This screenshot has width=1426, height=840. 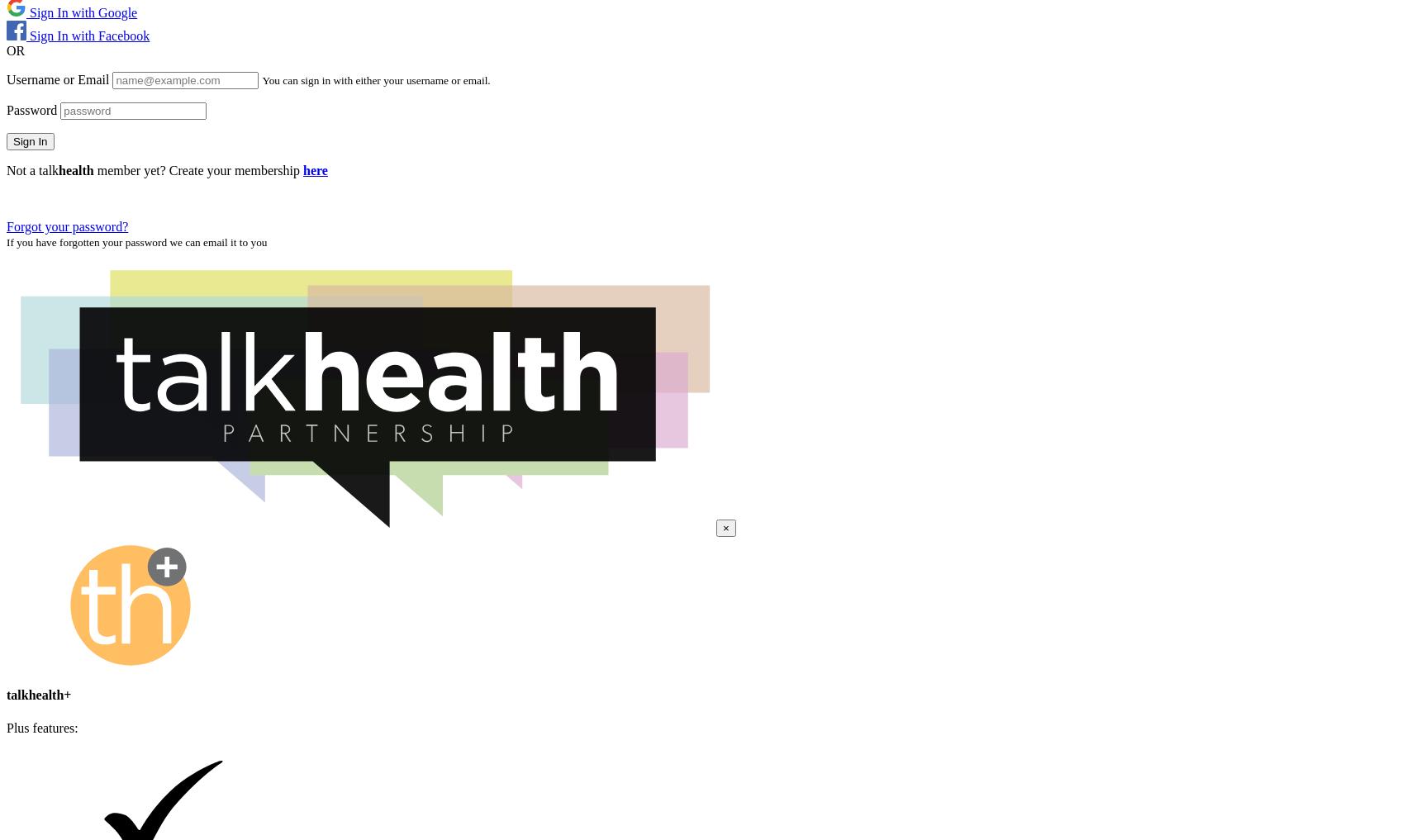 What do you see at coordinates (74, 169) in the screenshot?
I see `'health'` at bounding box center [74, 169].